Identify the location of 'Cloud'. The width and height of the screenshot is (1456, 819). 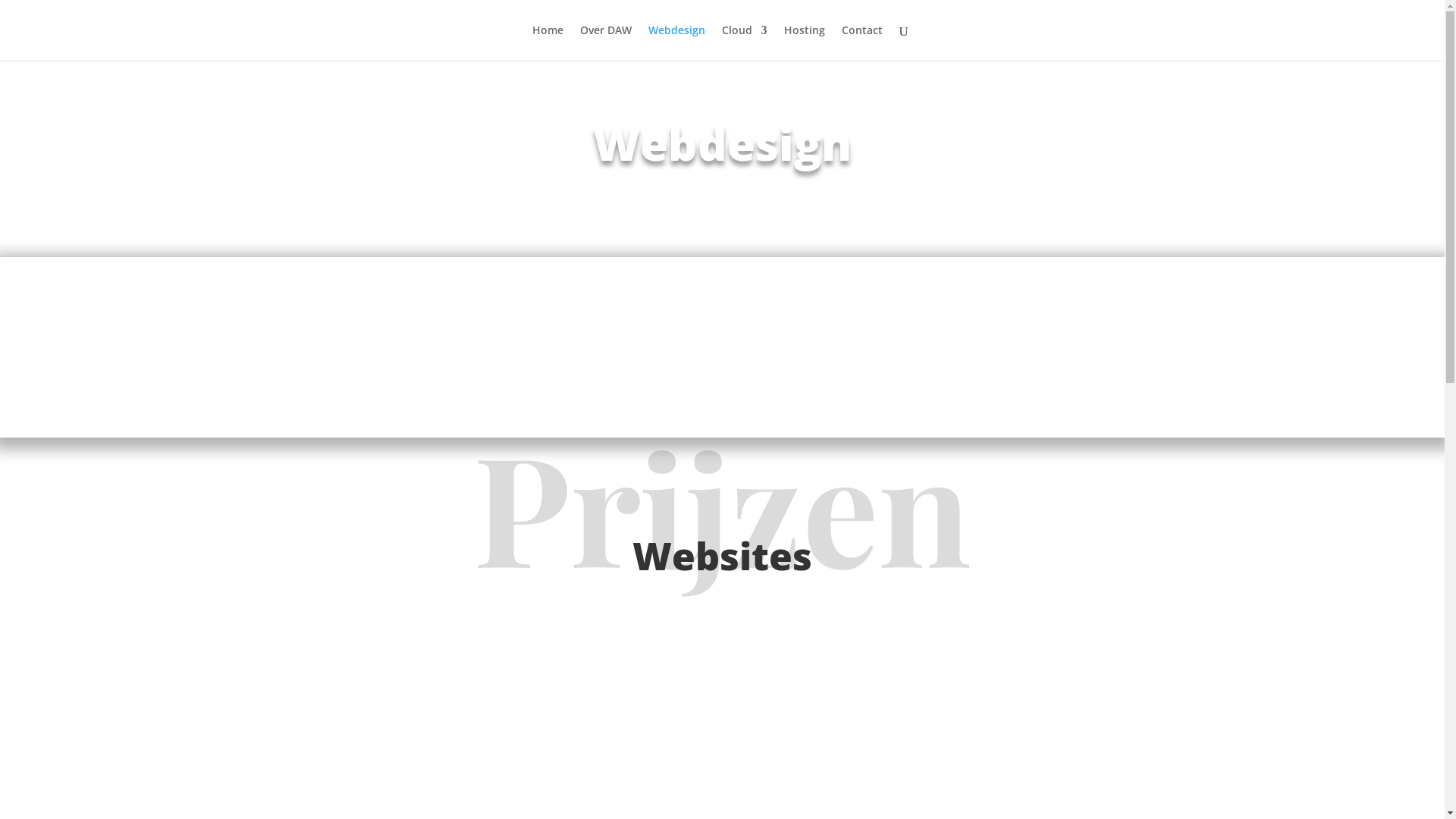
(720, 42).